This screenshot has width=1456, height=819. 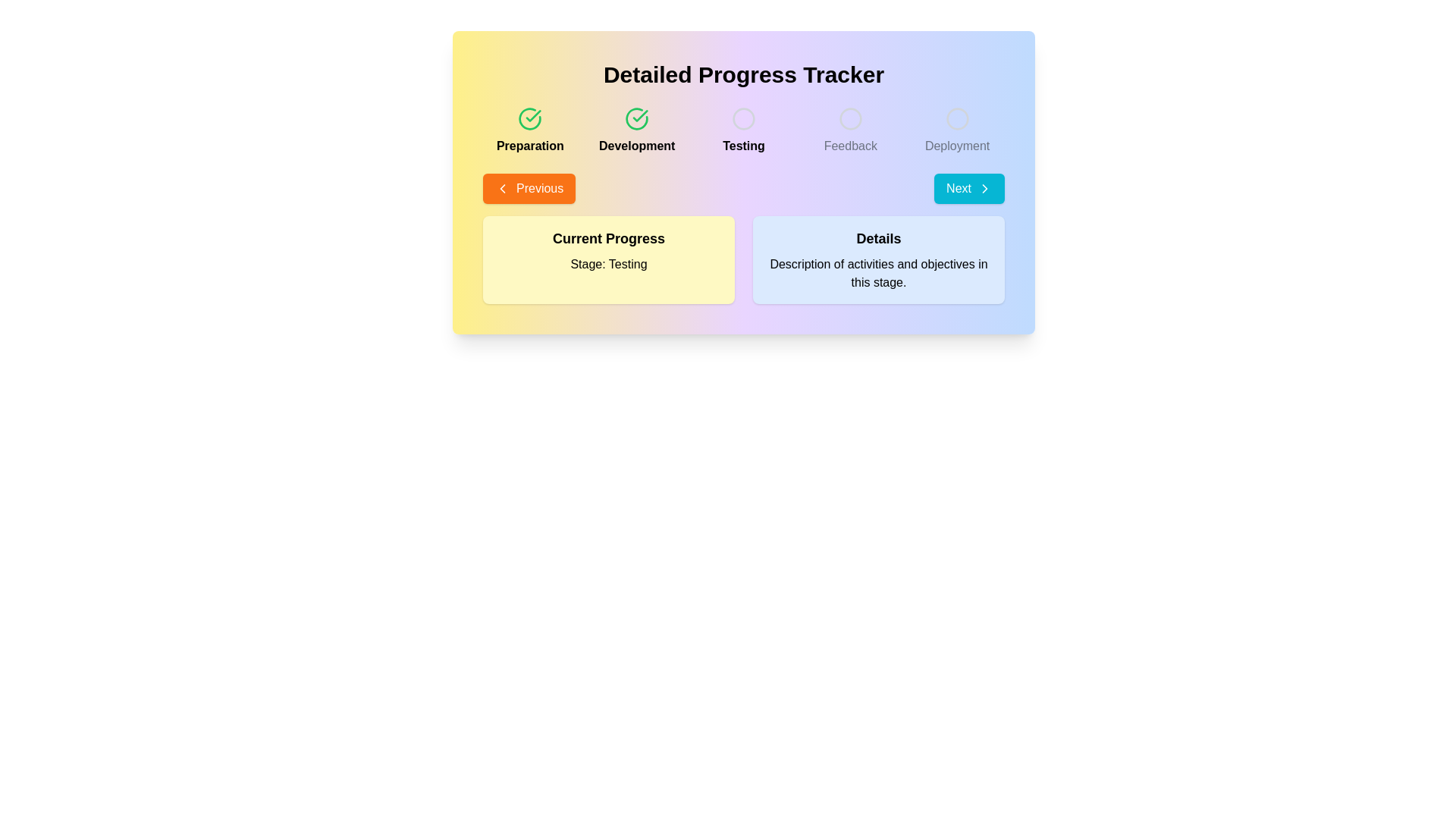 What do you see at coordinates (637, 146) in the screenshot?
I see `the 'Development' text label, which is styled in bold and located beneath a green check icon as the second stage label in a horizontal sequence of stage indicators` at bounding box center [637, 146].